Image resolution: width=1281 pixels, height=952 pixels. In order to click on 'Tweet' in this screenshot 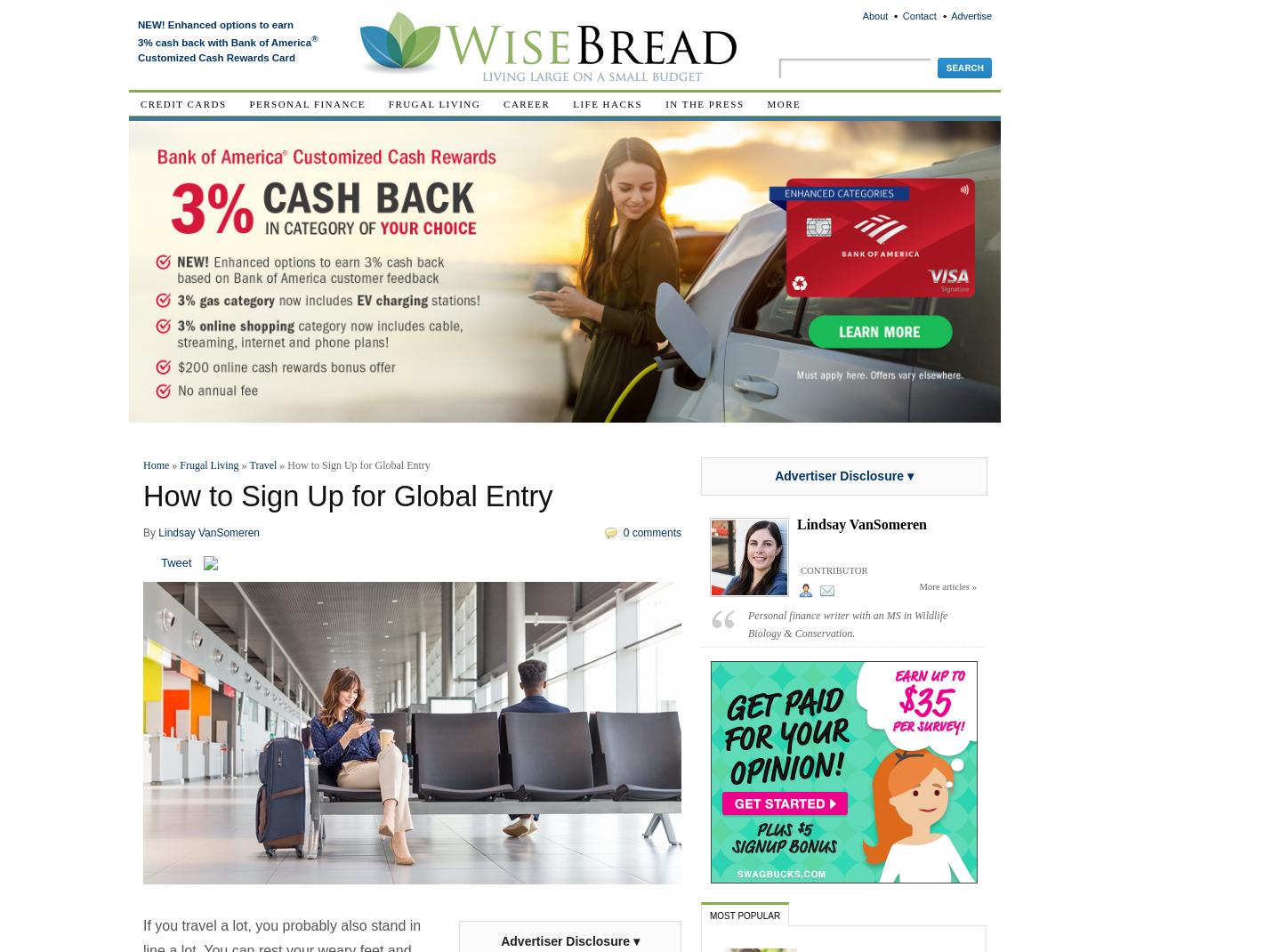, I will do `click(176, 561)`.